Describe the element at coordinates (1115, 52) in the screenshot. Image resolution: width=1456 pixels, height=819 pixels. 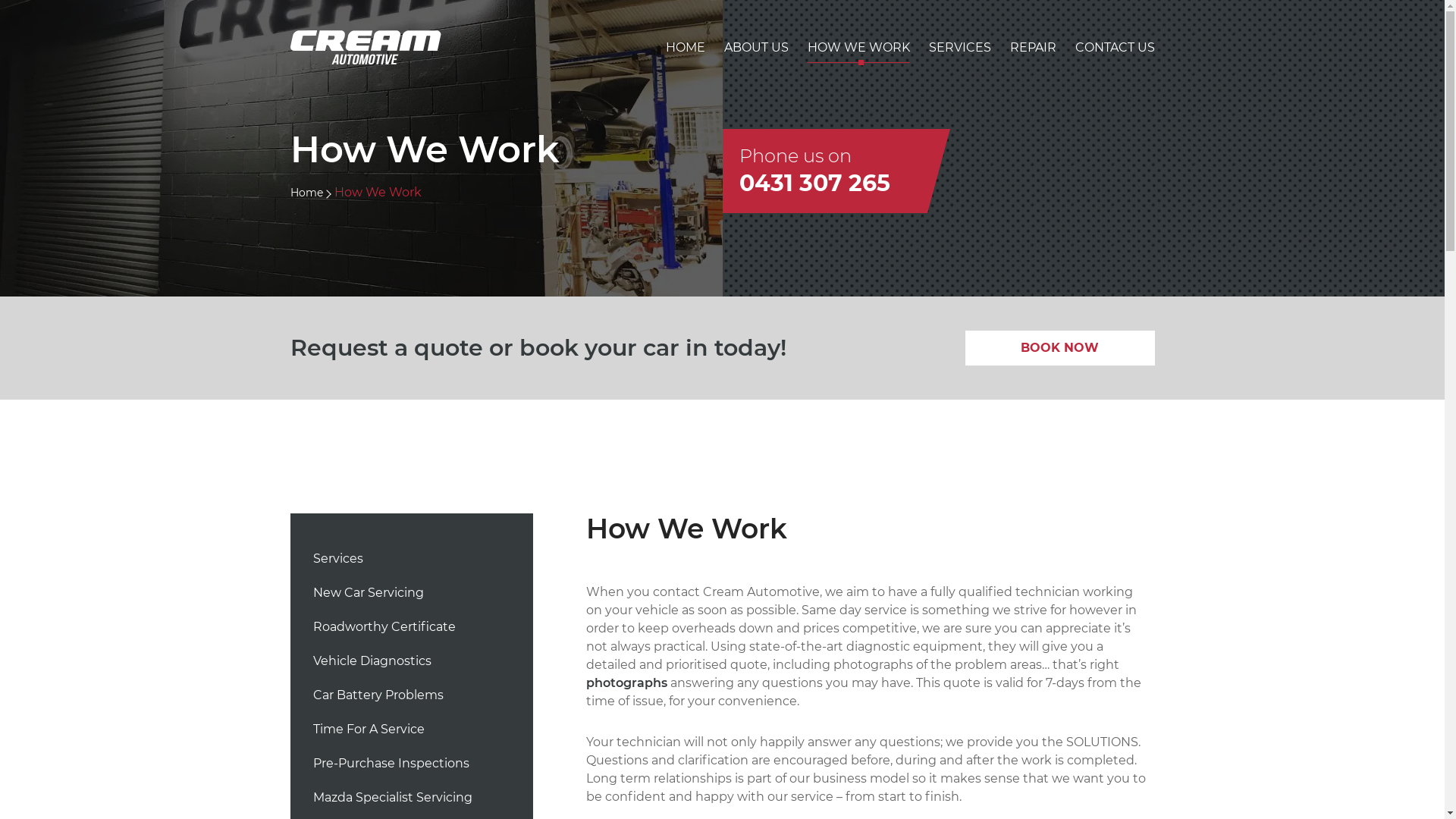
I see `'CONTACT US'` at that location.